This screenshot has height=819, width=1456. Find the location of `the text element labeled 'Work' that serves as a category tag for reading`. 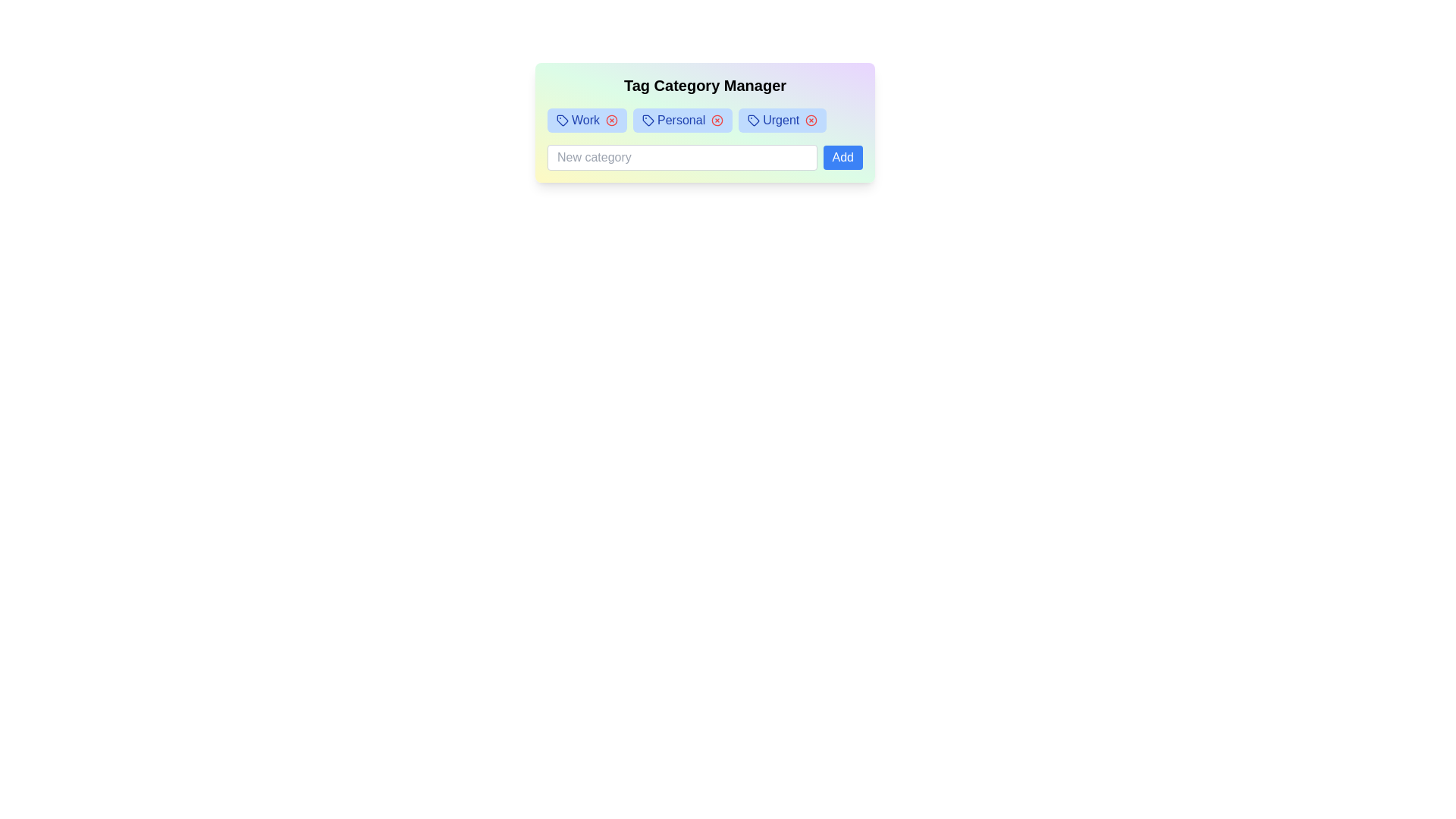

the text element labeled 'Work' that serves as a category tag for reading is located at coordinates (585, 119).